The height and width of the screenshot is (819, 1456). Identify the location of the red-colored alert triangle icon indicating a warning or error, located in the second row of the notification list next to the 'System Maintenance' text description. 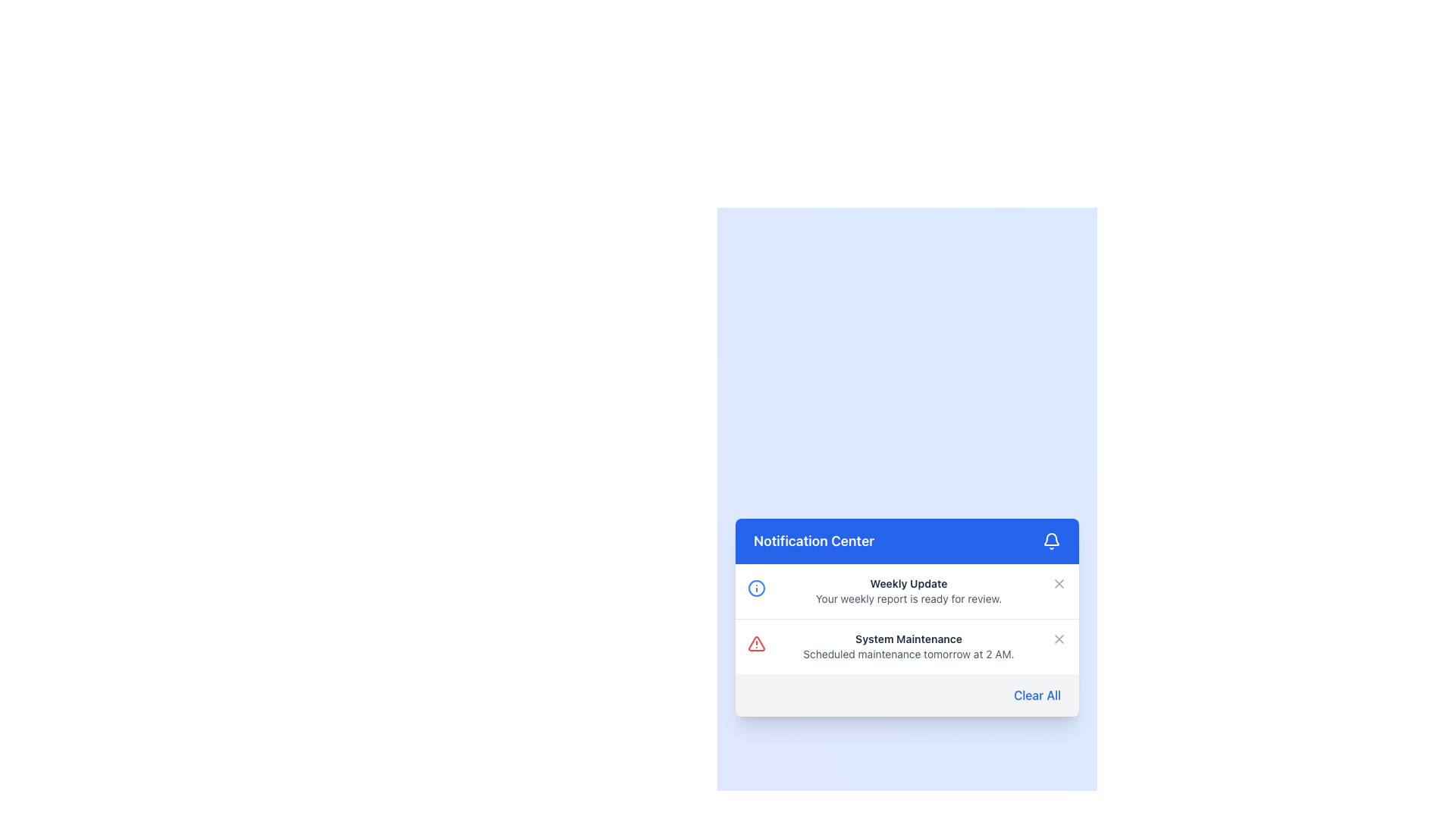
(757, 643).